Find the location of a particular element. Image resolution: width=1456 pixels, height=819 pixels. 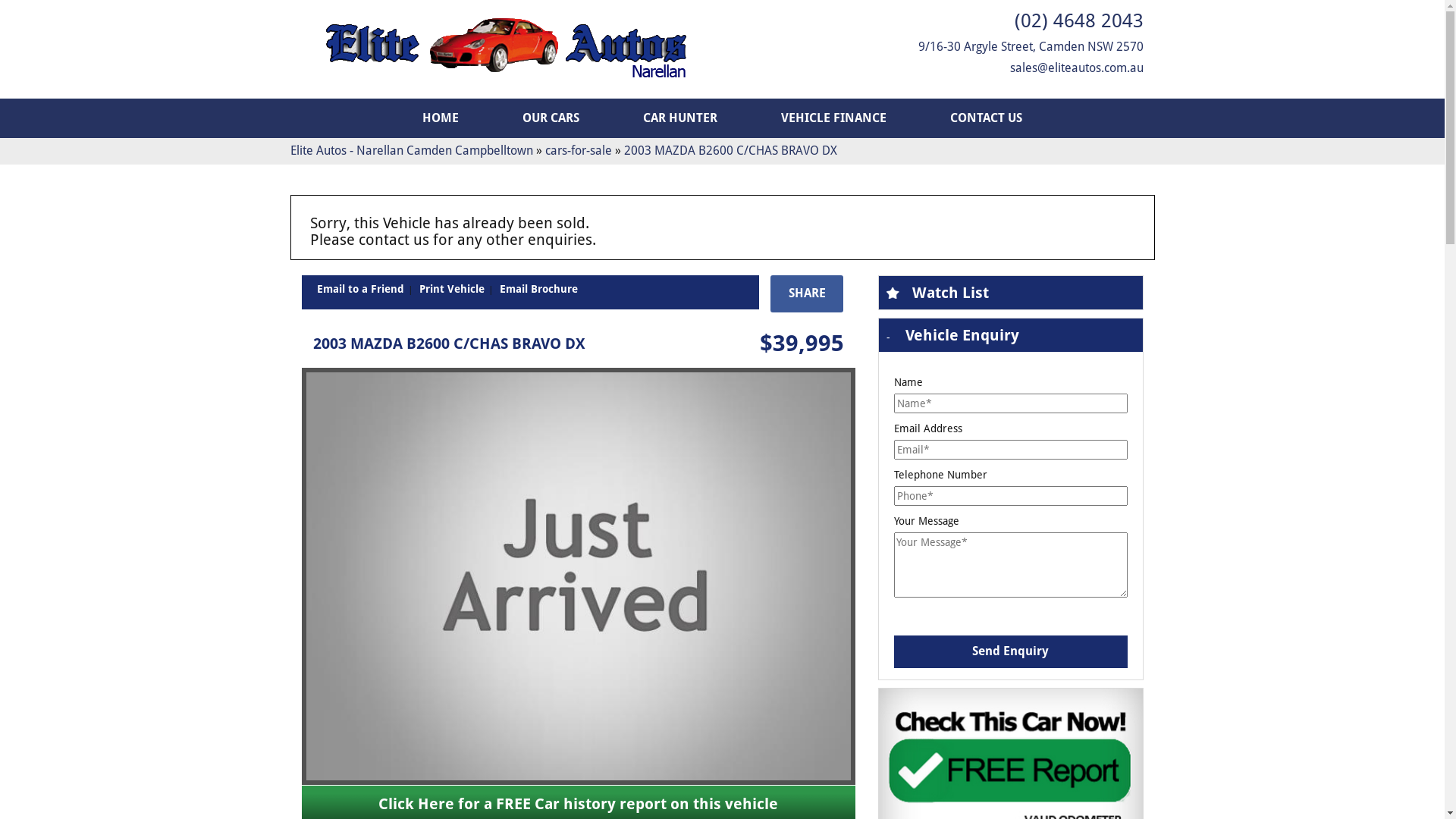

'sales@eliteautos.com.au' is located at coordinates (1076, 67).